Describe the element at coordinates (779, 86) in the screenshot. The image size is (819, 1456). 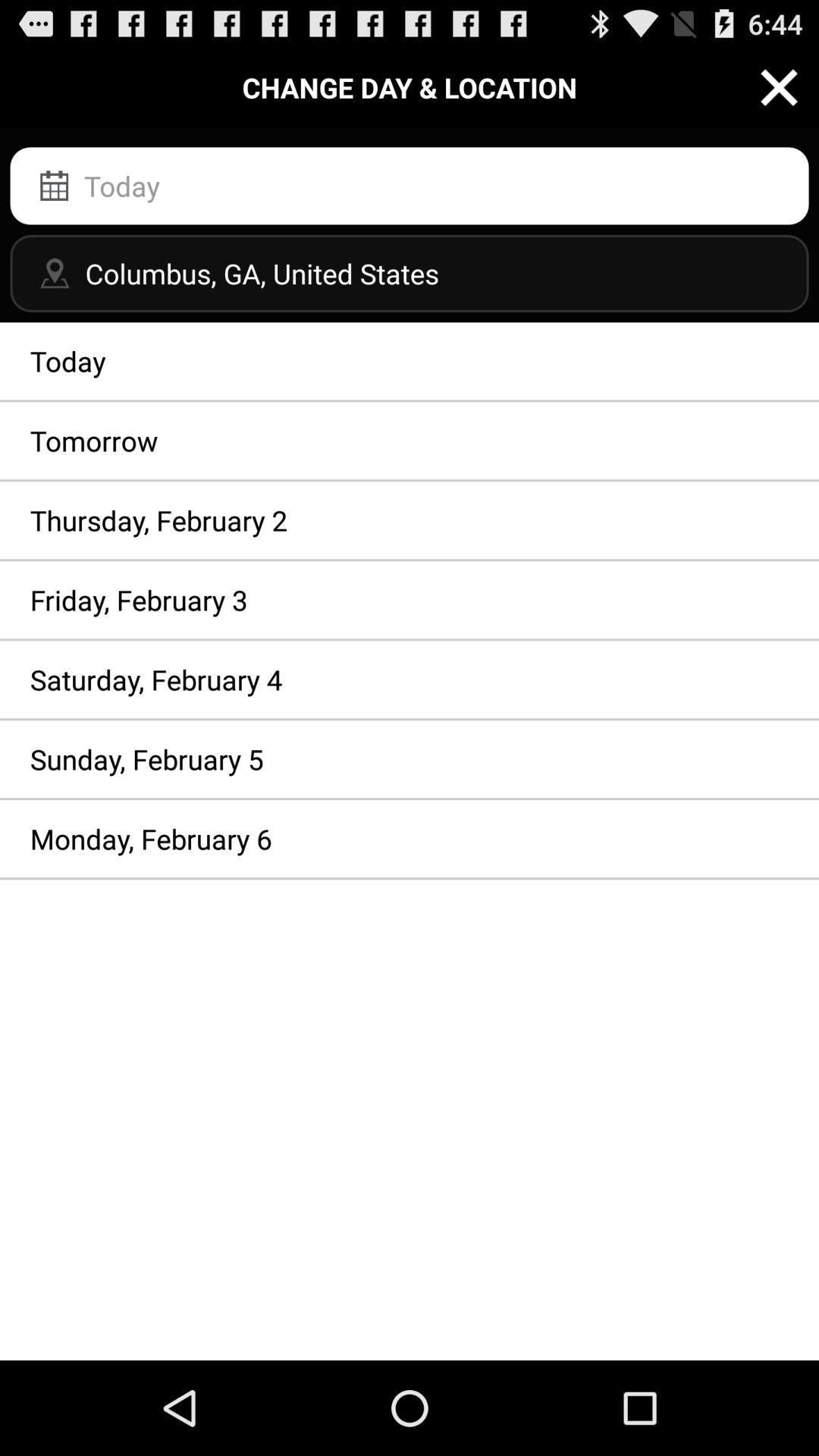
I see `icon at the top right corner` at that location.